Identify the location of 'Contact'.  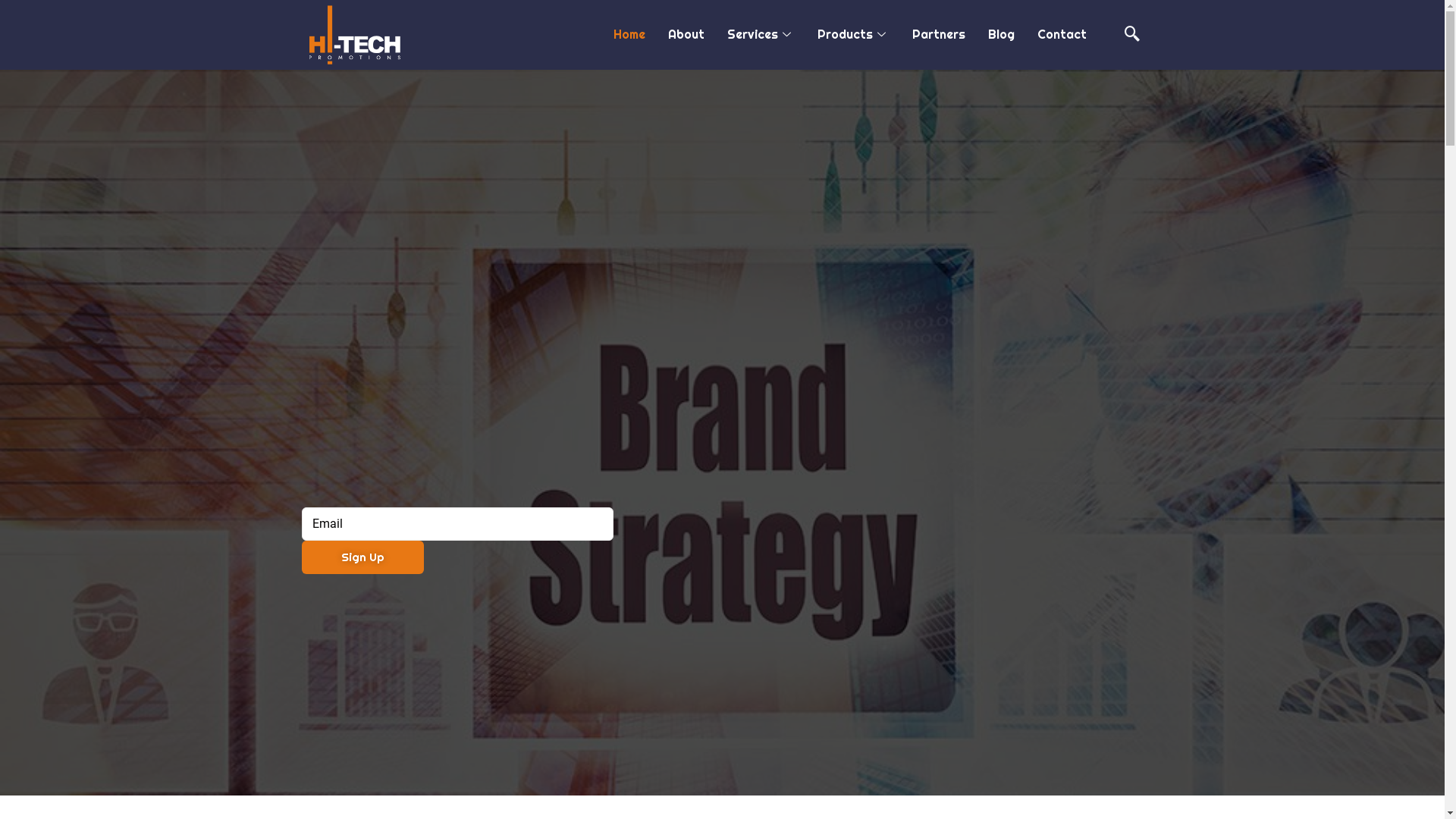
(1061, 34).